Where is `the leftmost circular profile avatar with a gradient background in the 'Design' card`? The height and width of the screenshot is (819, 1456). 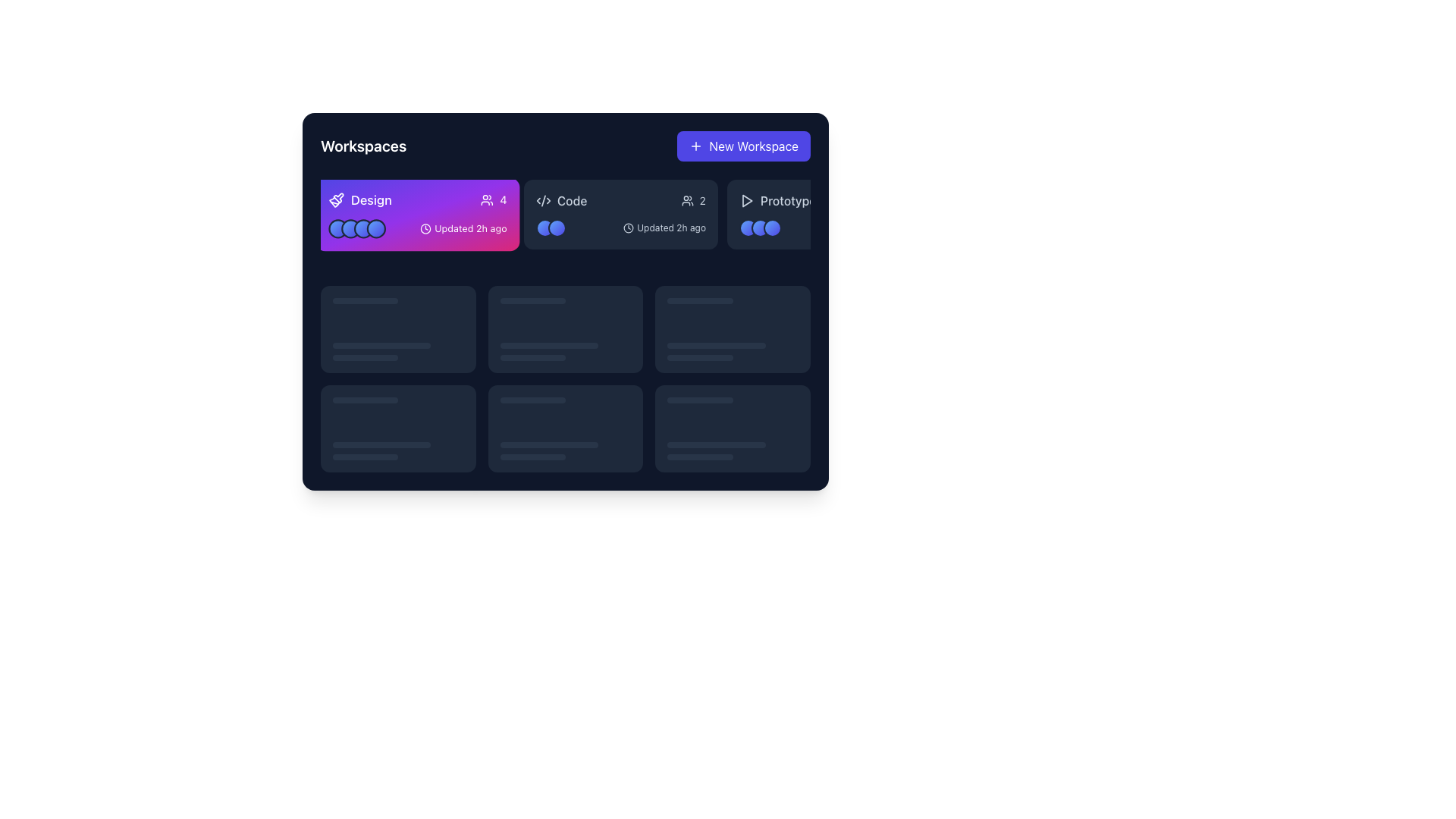 the leftmost circular profile avatar with a gradient background in the 'Design' card is located at coordinates (337, 227).